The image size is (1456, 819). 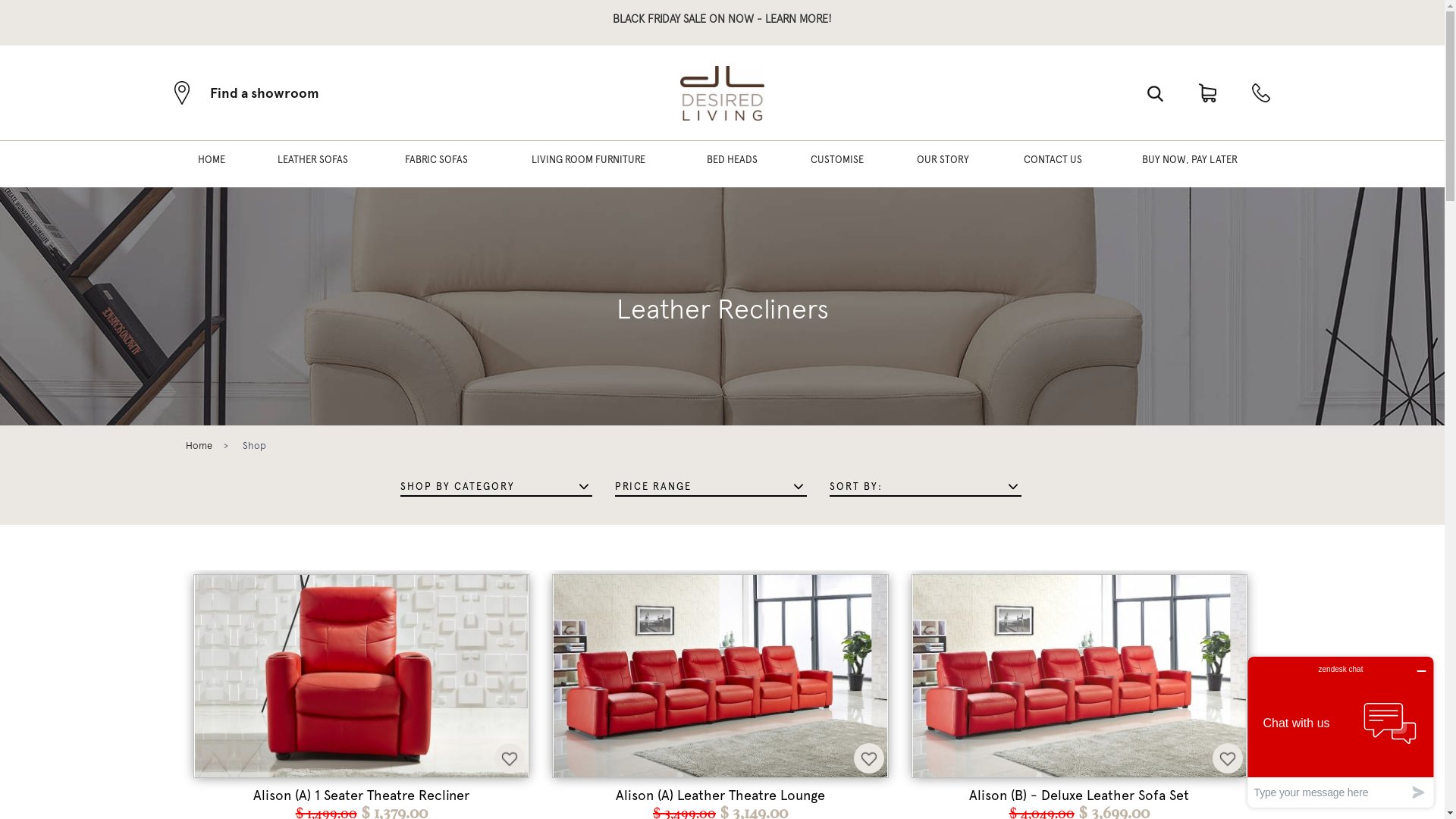 What do you see at coordinates (210, 164) in the screenshot?
I see `'HOME'` at bounding box center [210, 164].